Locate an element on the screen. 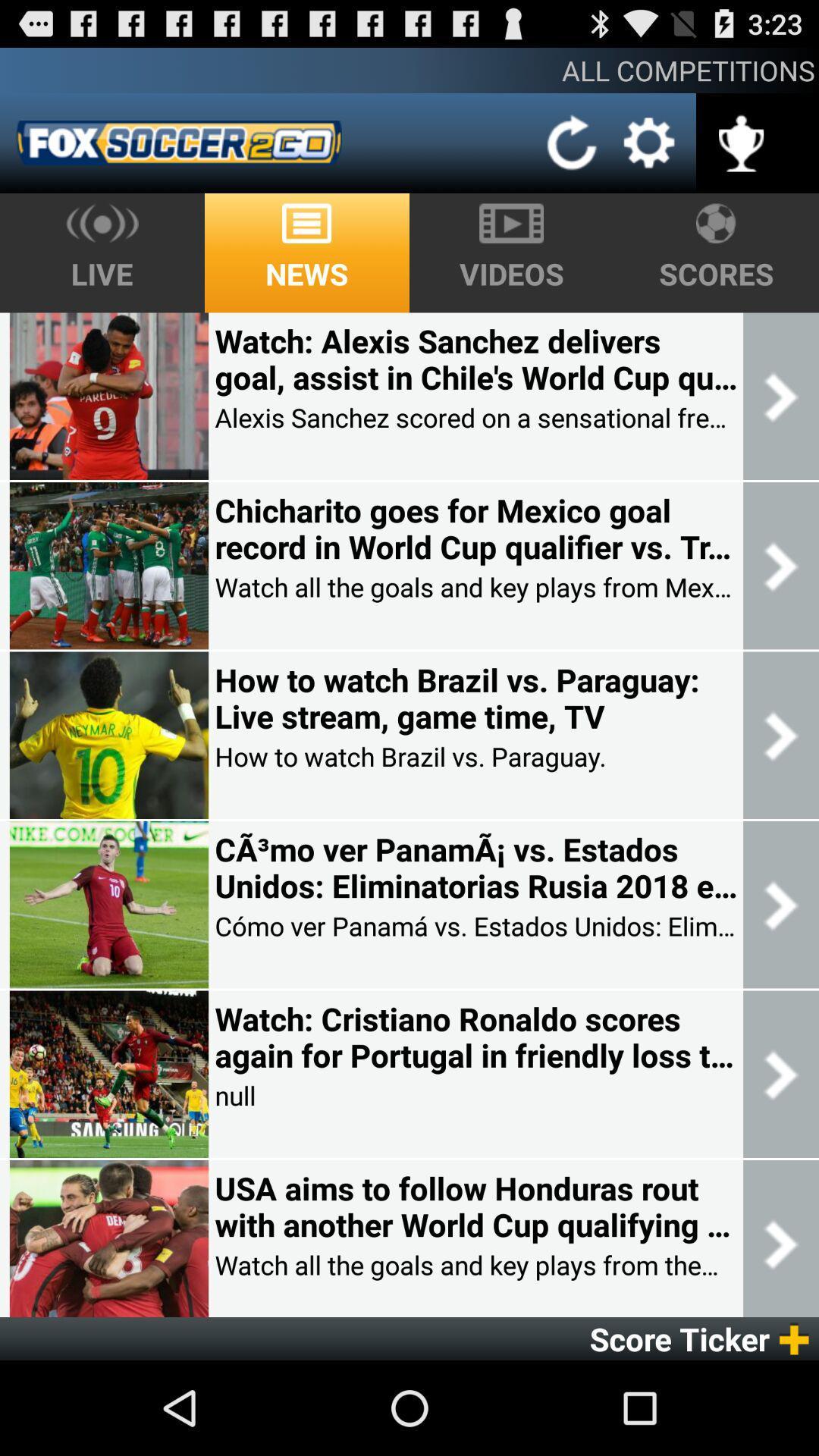  app below all competitions app is located at coordinates (178, 143).